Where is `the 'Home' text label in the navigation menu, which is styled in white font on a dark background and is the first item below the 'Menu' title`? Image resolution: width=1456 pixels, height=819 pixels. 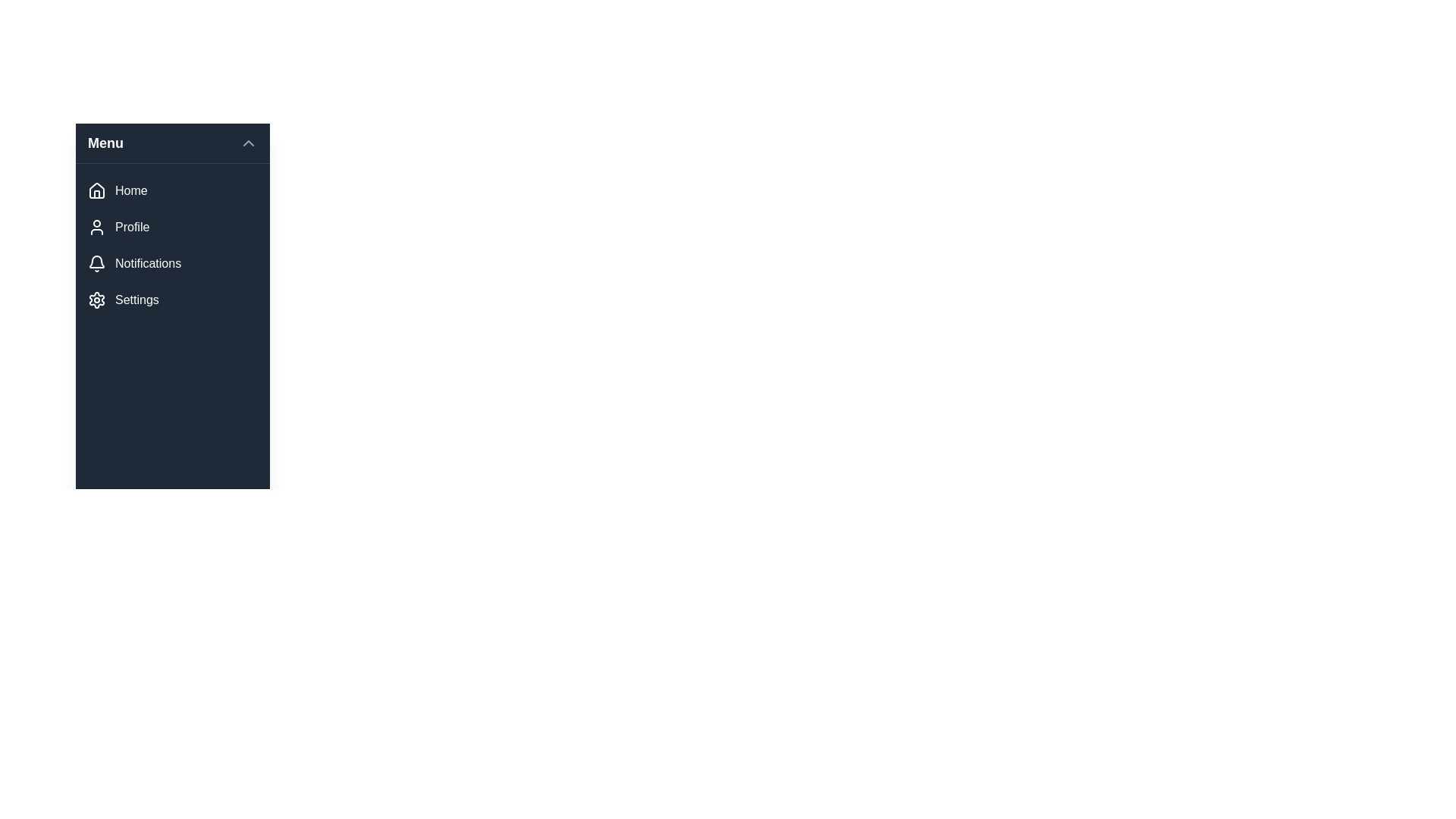
the 'Home' text label in the navigation menu, which is styled in white font on a dark background and is the first item below the 'Menu' title is located at coordinates (131, 190).